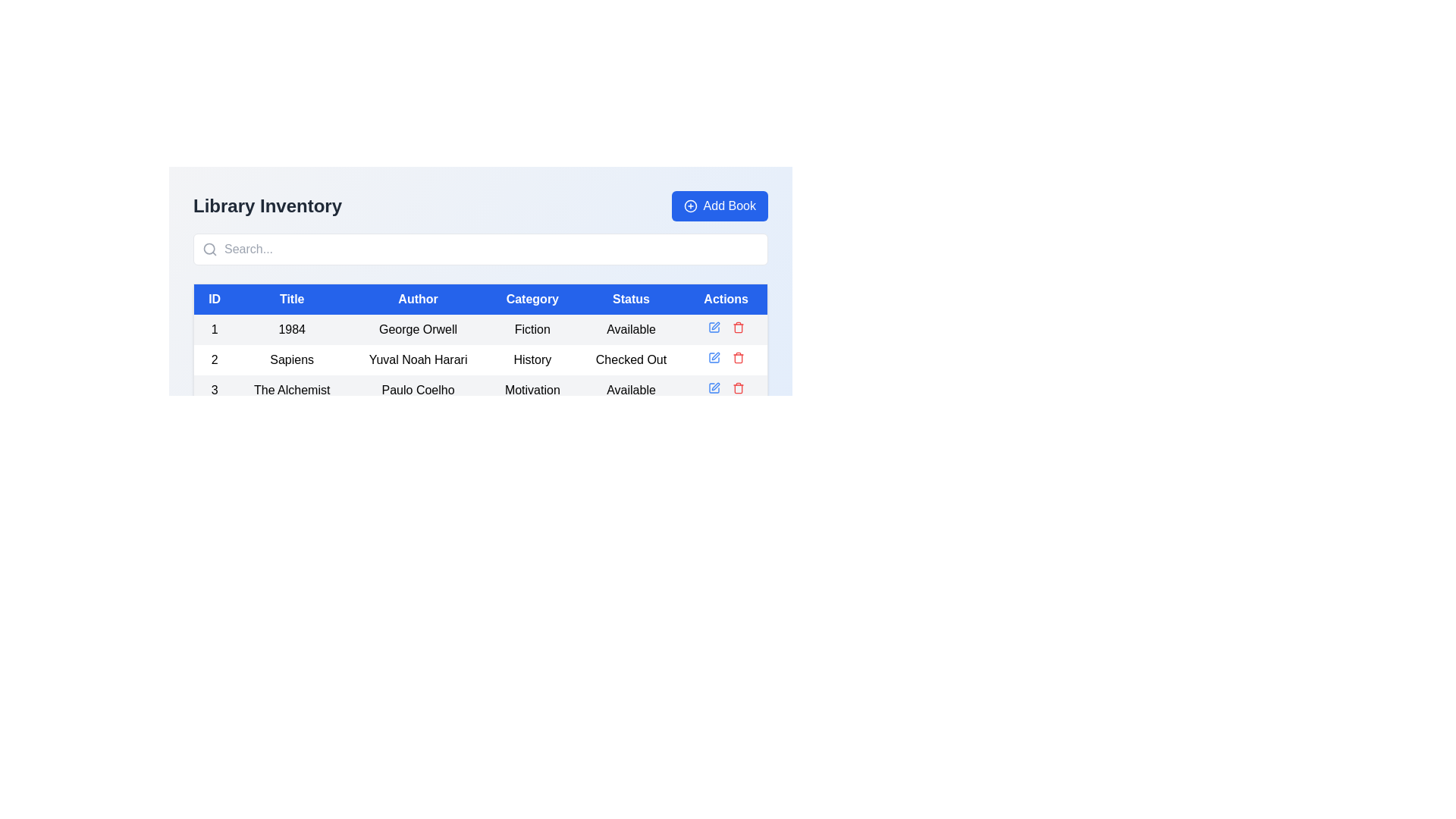 Image resolution: width=1456 pixels, height=819 pixels. What do you see at coordinates (213, 390) in the screenshot?
I see `the label representing the unique identifier for the book 'The Alchemist' in the library inventory table, located in the leftmost column under the 'ID' heading` at bounding box center [213, 390].